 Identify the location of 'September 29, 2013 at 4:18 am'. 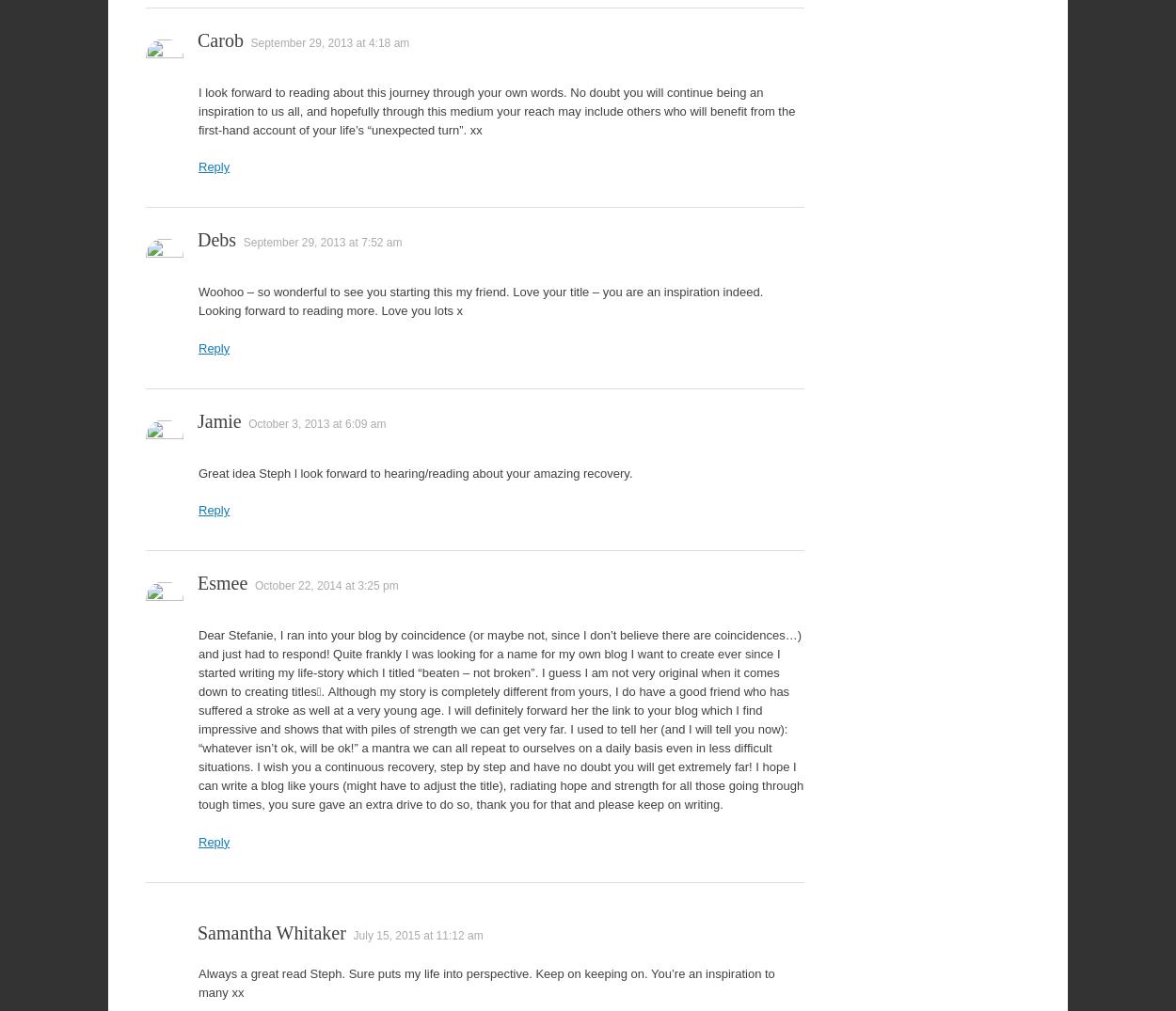
(328, 41).